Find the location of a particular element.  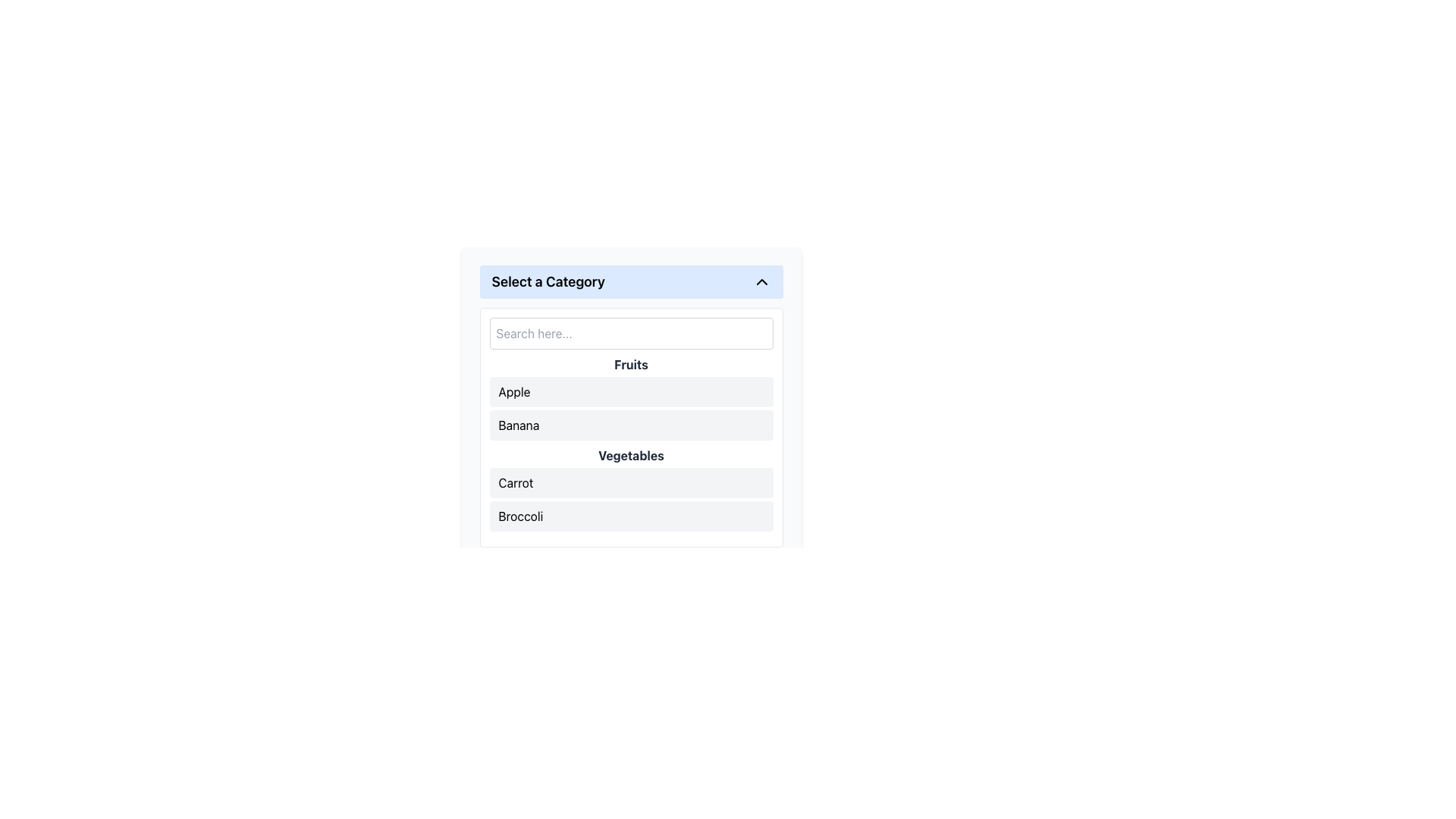

the first list item labeled 'Carrot' in the 'Vegetables' dropdown category is located at coordinates (631, 482).